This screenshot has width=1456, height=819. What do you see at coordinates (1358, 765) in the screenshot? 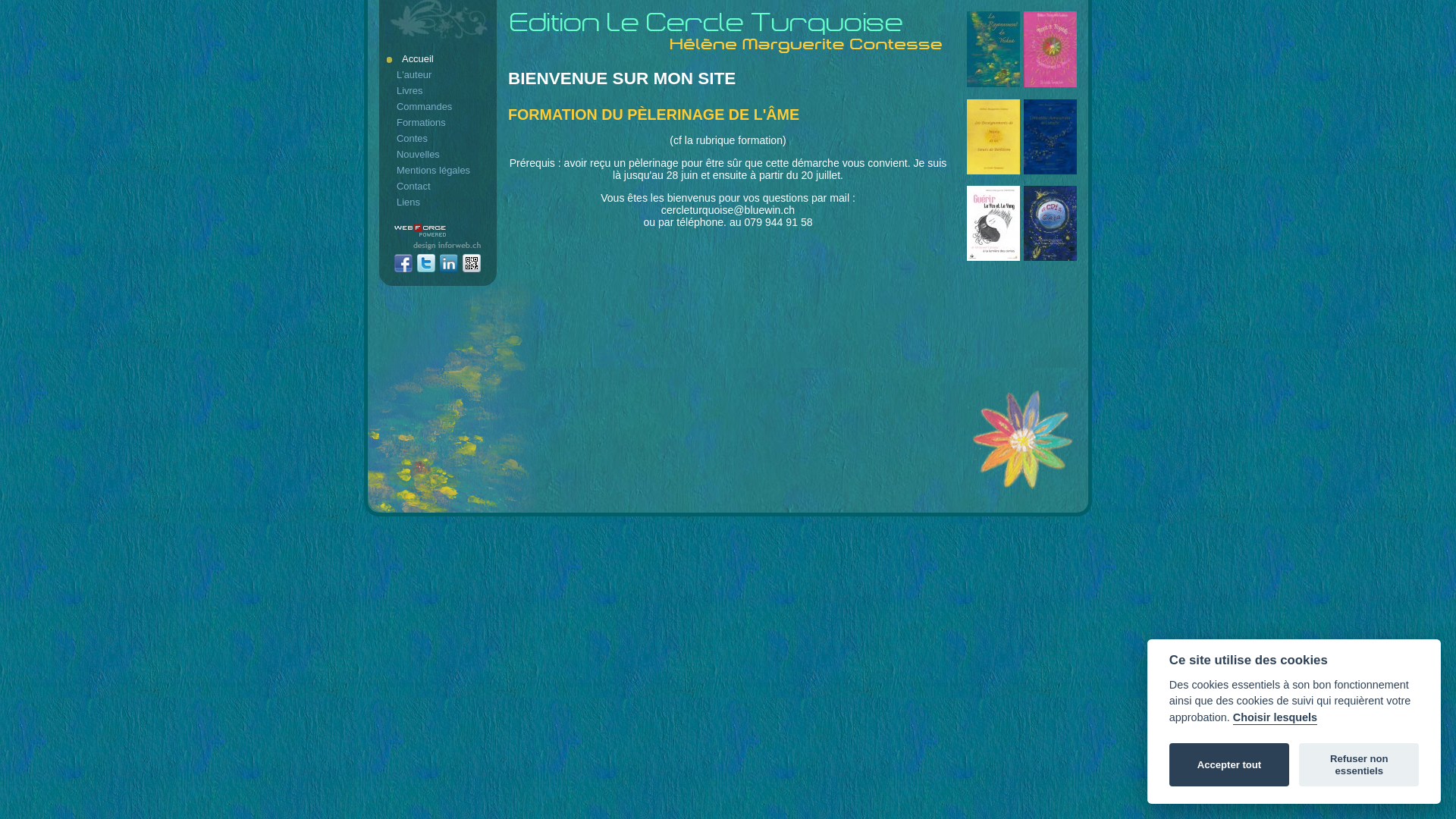
I see `'Refuser non essentiels'` at bounding box center [1358, 765].